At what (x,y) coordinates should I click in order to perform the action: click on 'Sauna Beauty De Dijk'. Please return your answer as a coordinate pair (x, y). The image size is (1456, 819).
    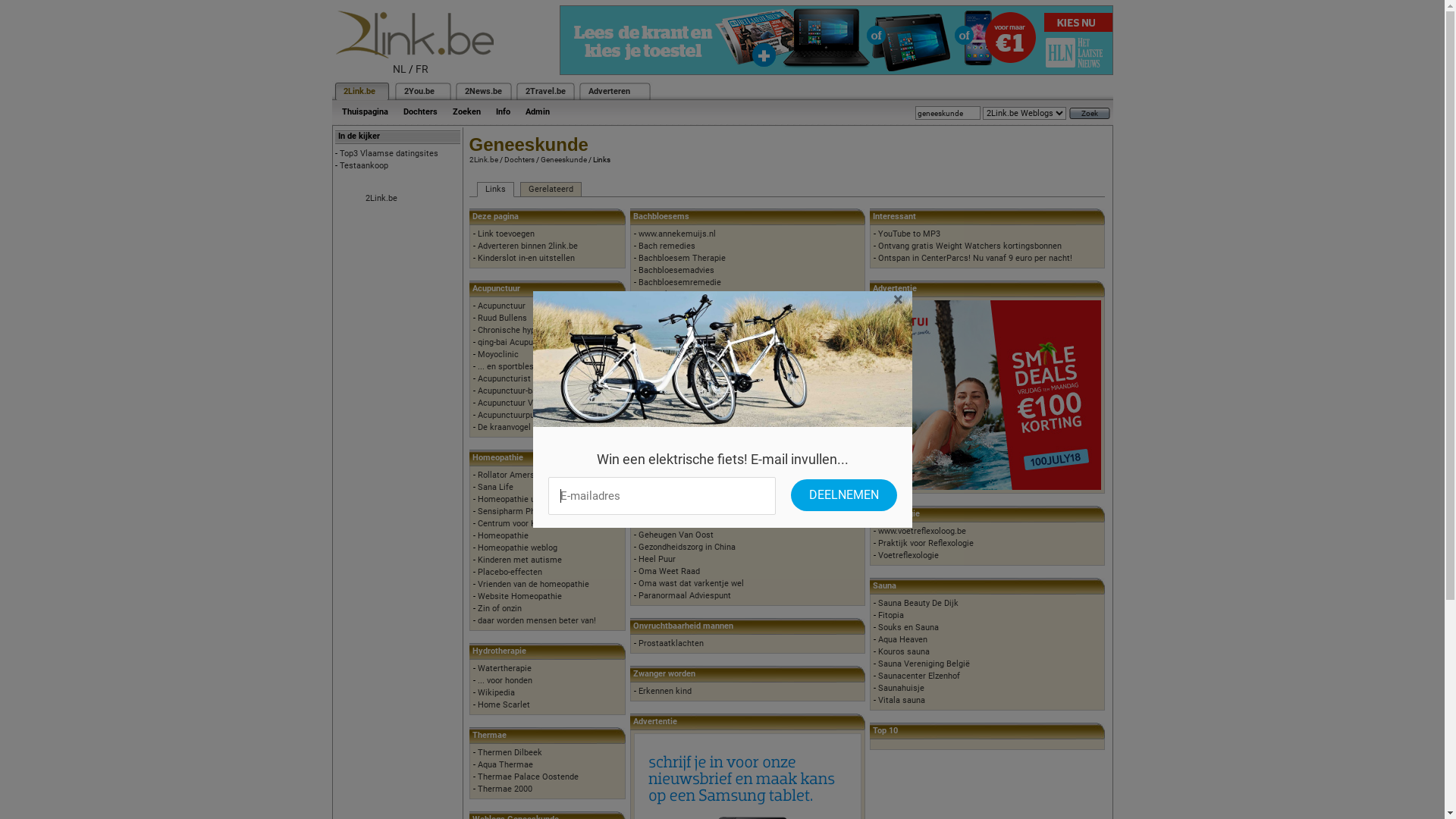
    Looking at the image, I should click on (877, 602).